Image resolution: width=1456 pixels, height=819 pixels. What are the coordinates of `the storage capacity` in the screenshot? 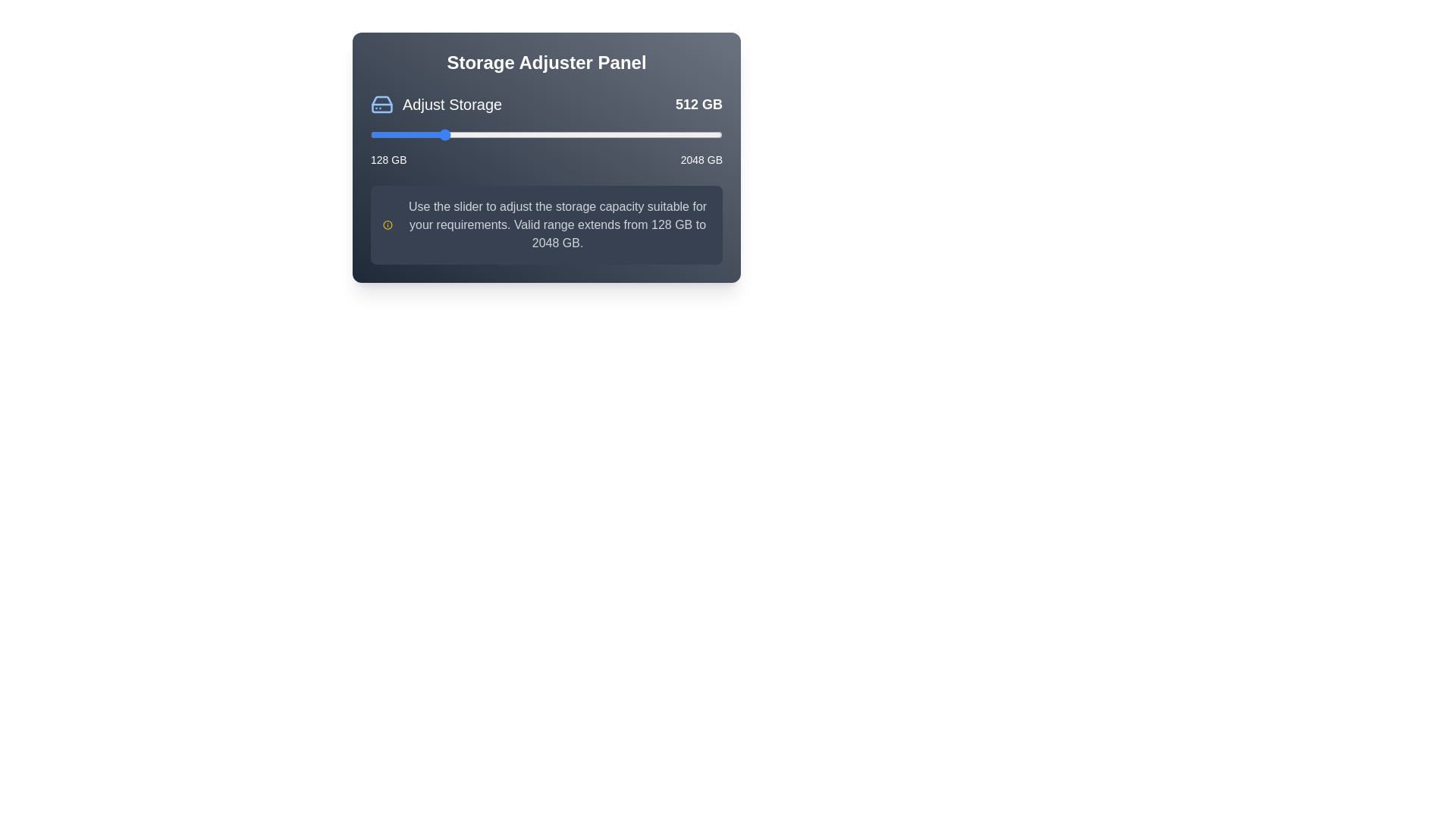 It's located at (490, 133).